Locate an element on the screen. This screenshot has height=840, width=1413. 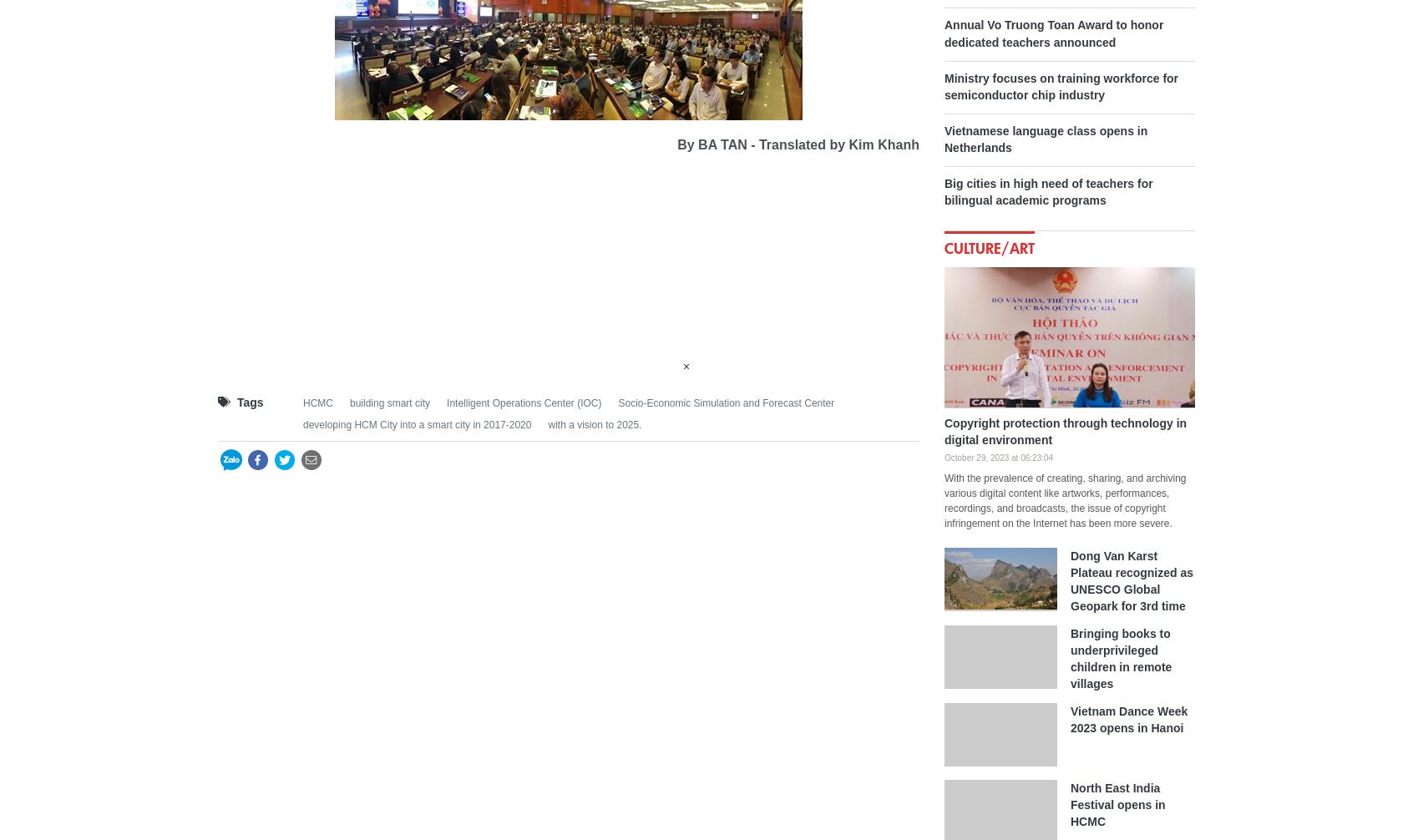
'Vietnamese language class opens in Netherlands' is located at coordinates (943, 138).